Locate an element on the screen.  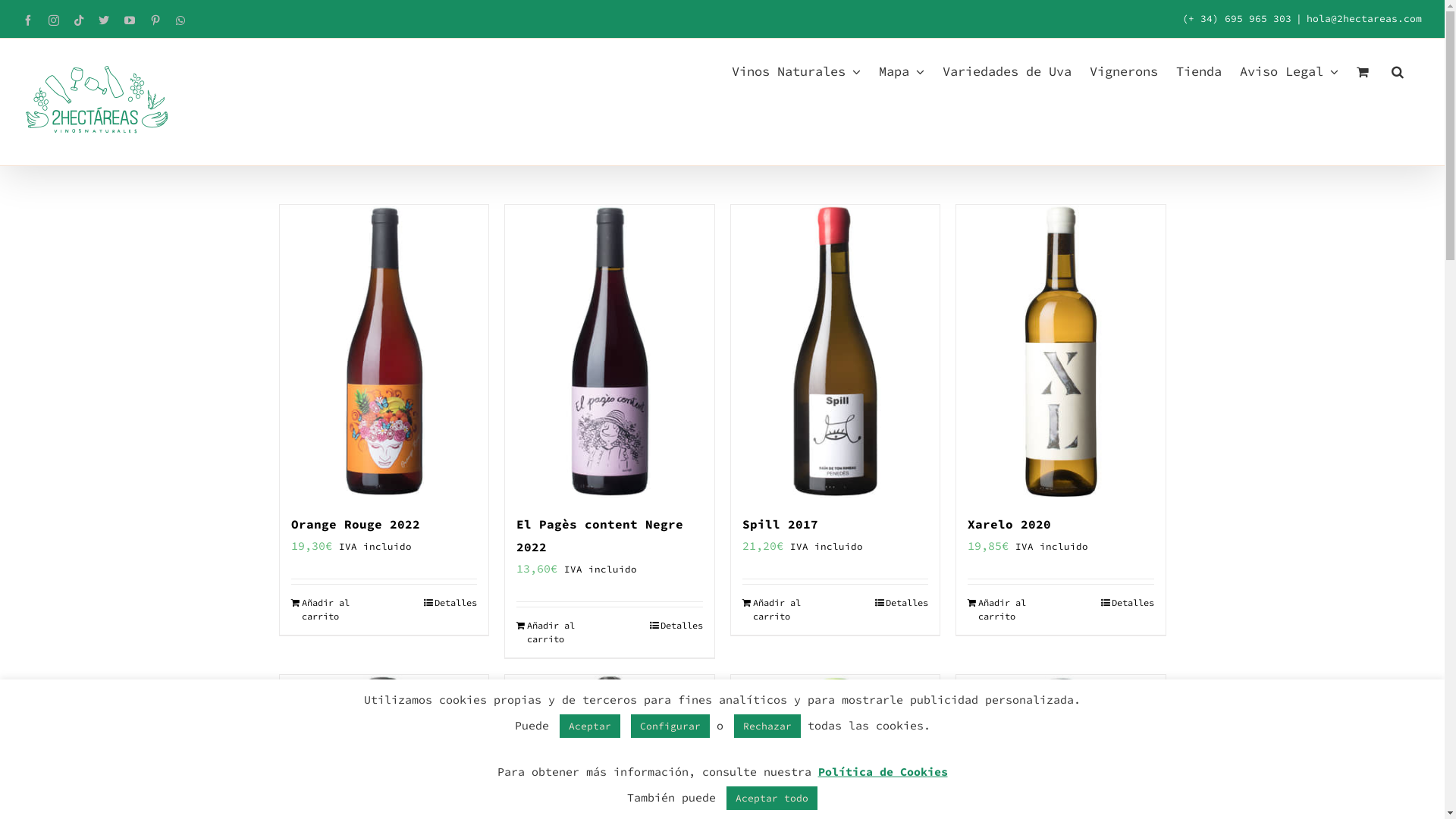
'Rechazar' is located at coordinates (734, 725).